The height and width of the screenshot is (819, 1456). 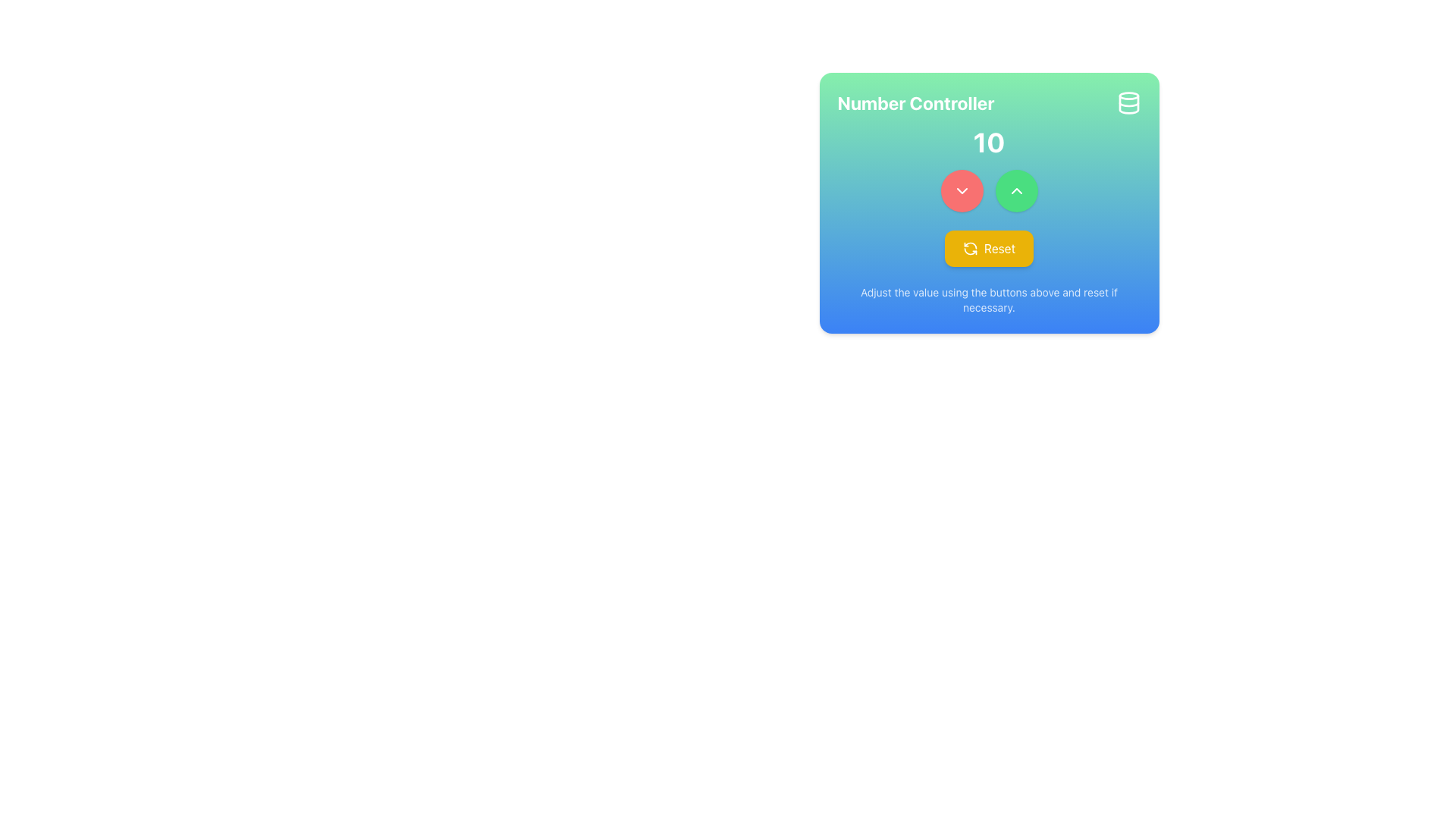 What do you see at coordinates (989, 247) in the screenshot?
I see `the 'Reset' button, which has a yellow background and white text, located at the bottom center of the 'Number Controller' card, to reset the displayed value` at bounding box center [989, 247].